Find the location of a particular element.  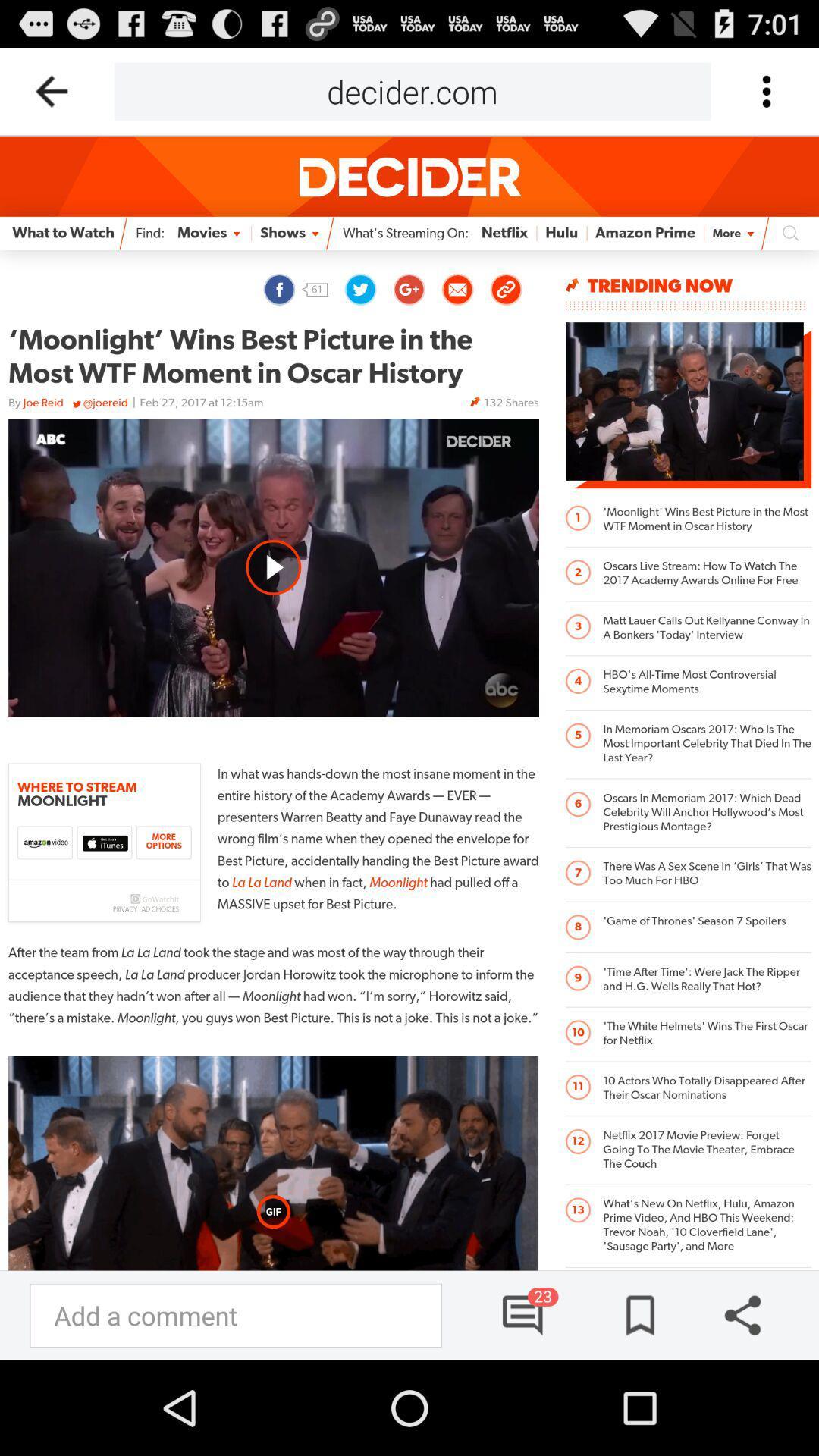

click for more is located at coordinates (765, 90).